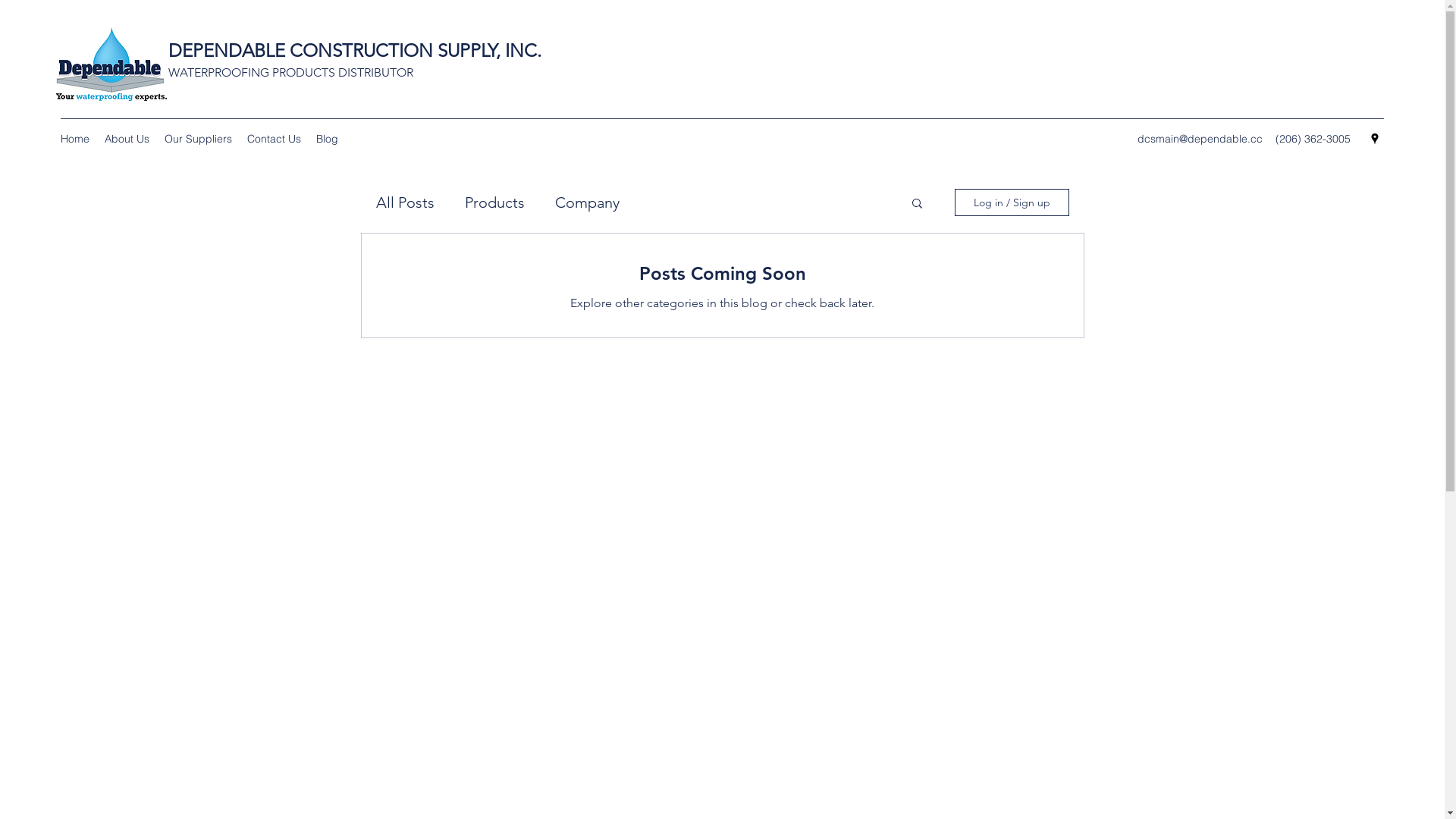 The image size is (1456, 819). Describe the element at coordinates (74, 138) in the screenshot. I see `'Home'` at that location.